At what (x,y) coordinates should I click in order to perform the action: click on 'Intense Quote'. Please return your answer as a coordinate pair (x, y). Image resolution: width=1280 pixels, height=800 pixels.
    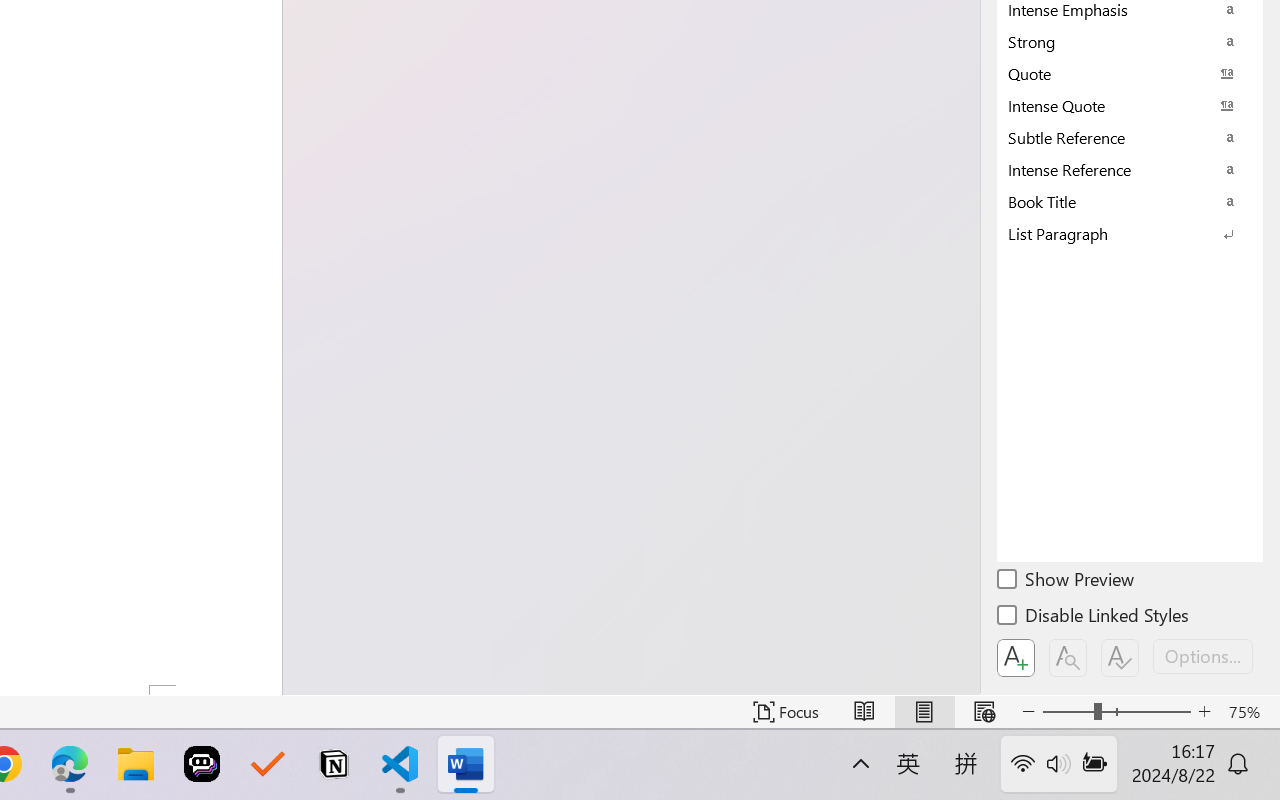
    Looking at the image, I should click on (1130, 104).